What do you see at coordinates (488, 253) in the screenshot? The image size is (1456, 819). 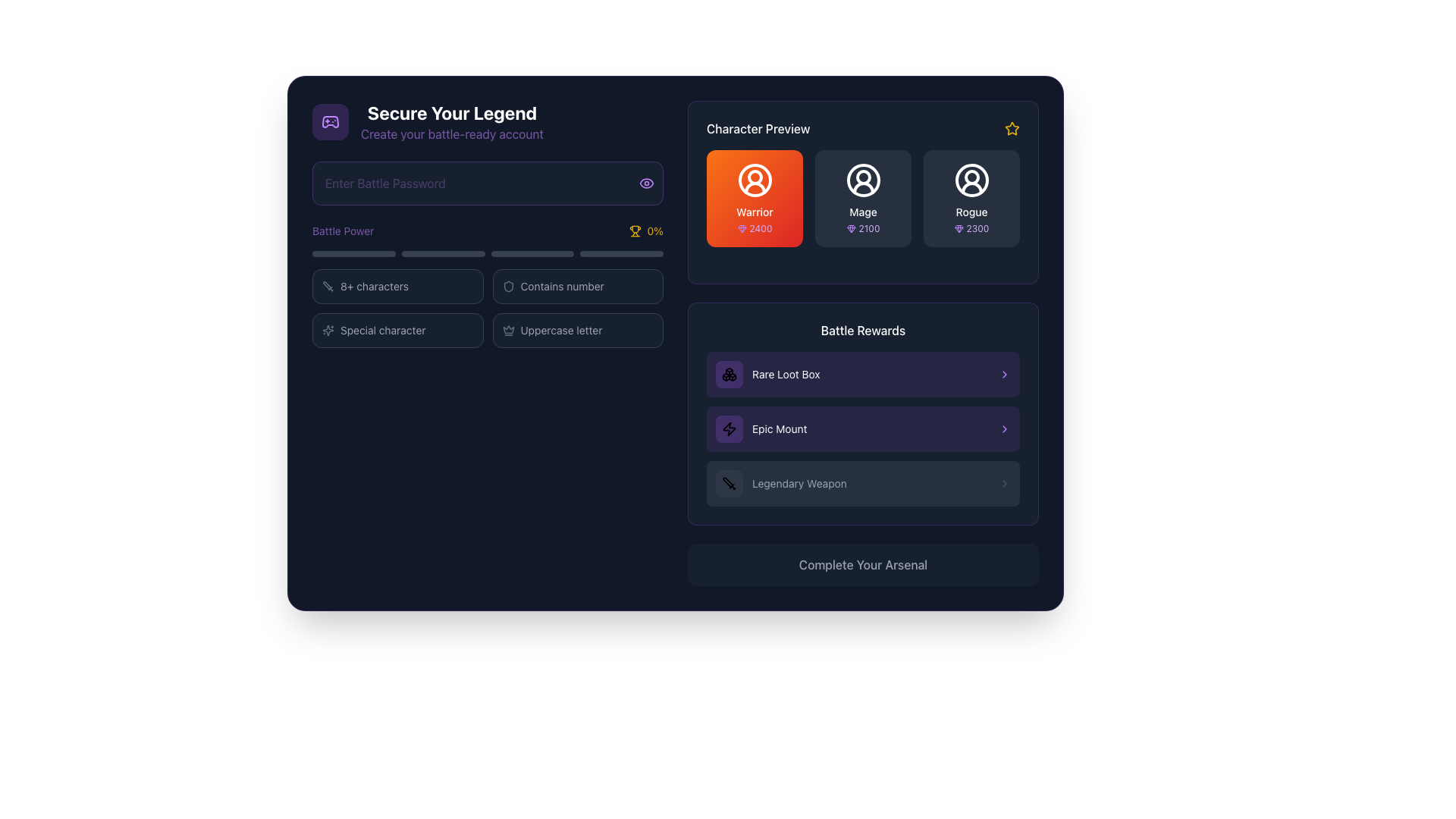 I see `the Progress indicator bar segmented into four parts located under the 'Battle Power' section` at bounding box center [488, 253].